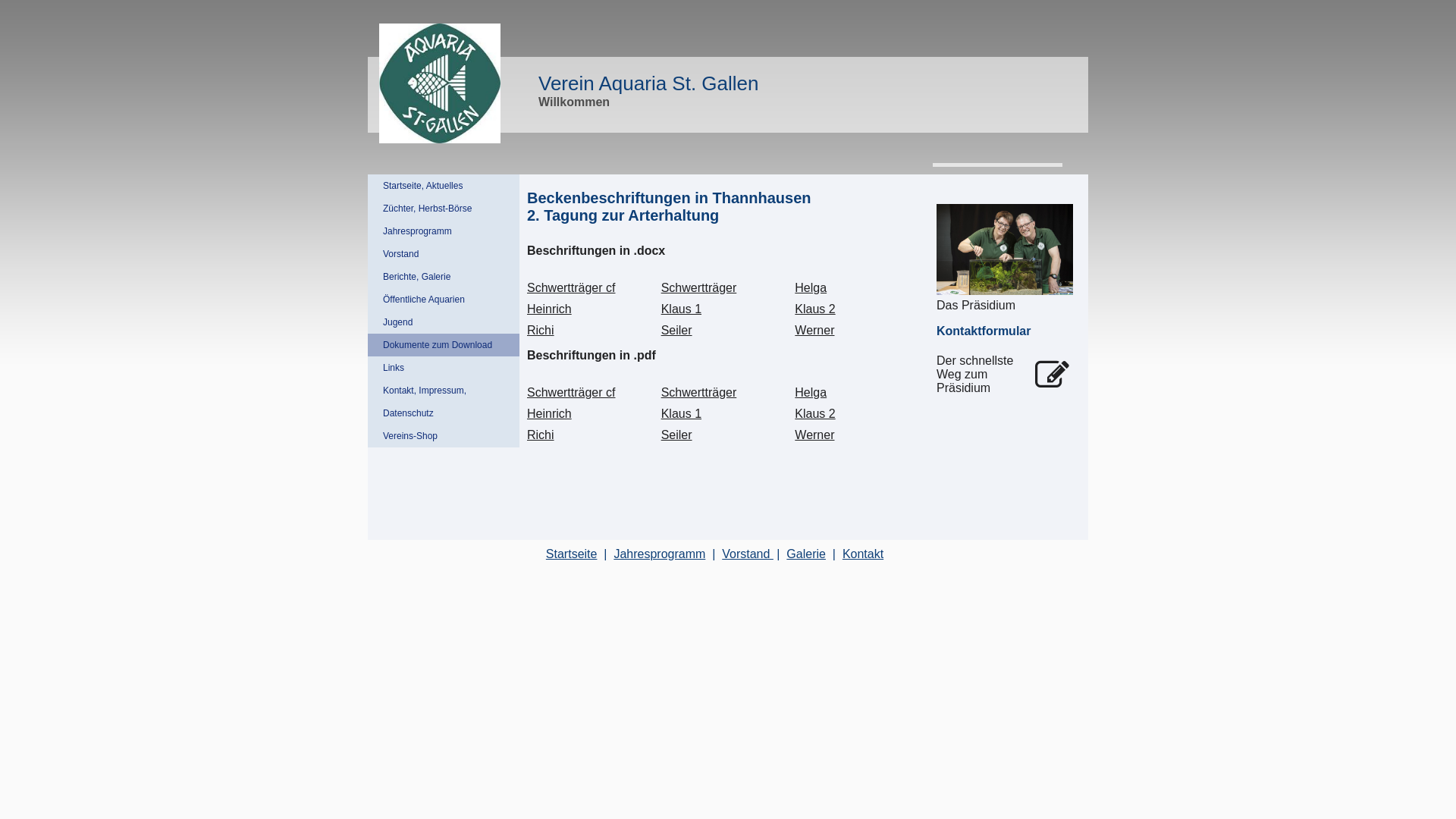  I want to click on 'Seiler', so click(676, 435).